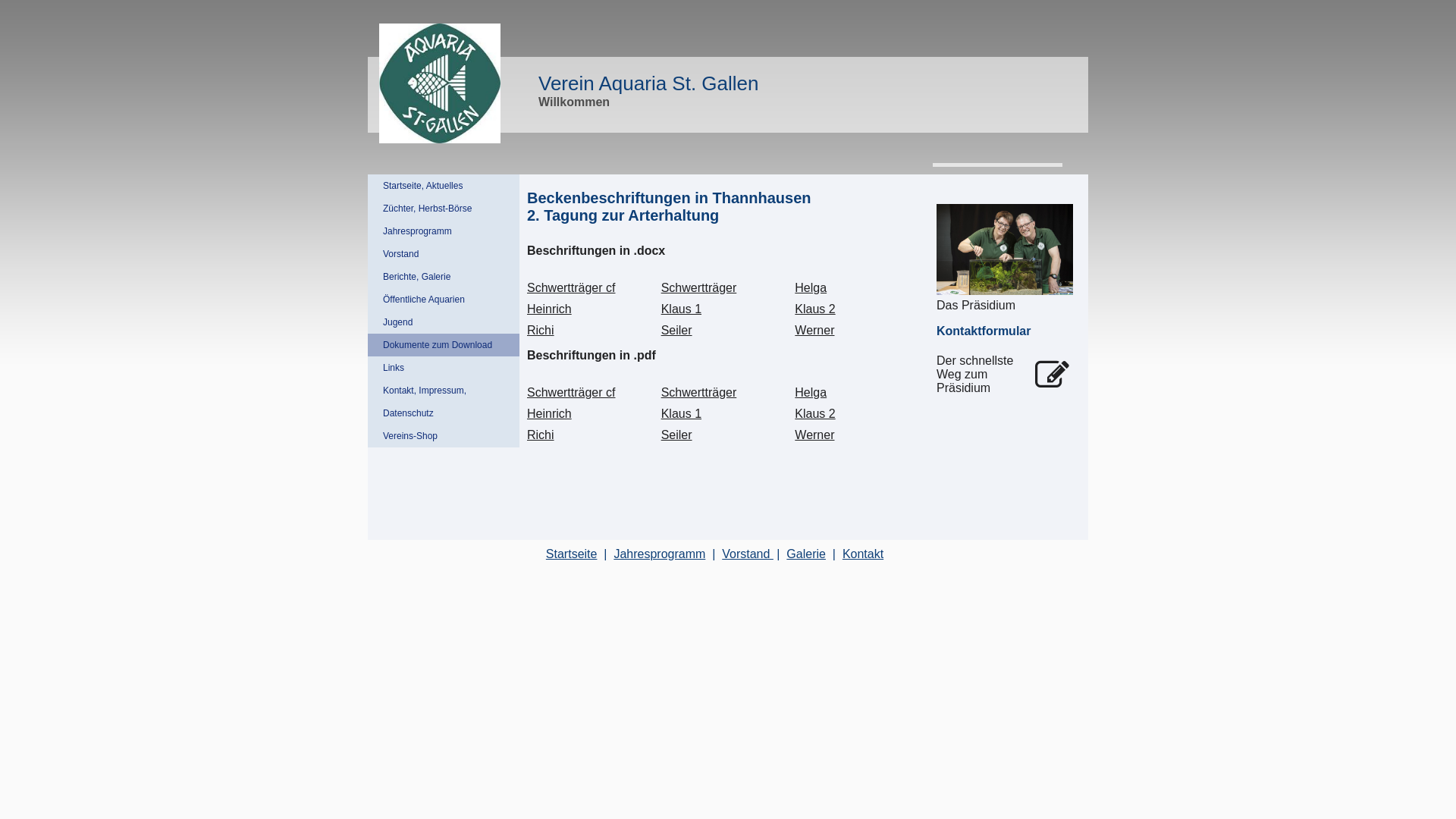  I want to click on 'Seiler', so click(676, 435).